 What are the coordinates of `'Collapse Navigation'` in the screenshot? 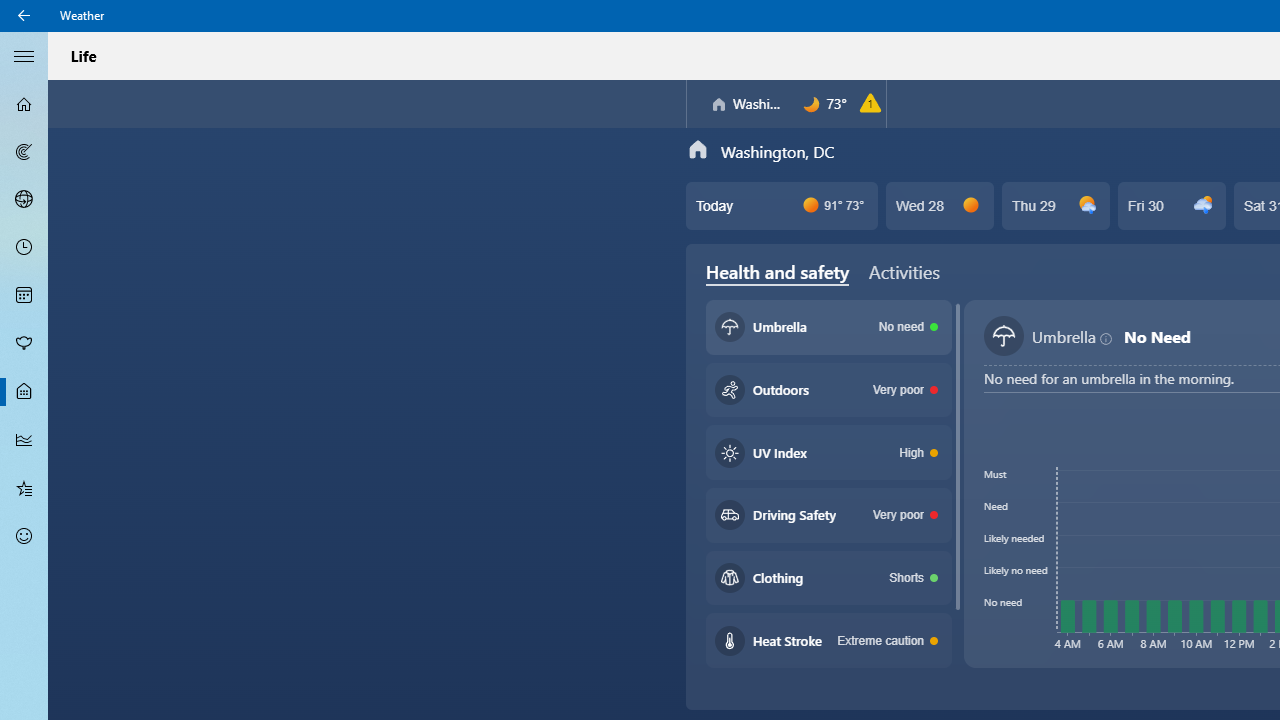 It's located at (24, 54).